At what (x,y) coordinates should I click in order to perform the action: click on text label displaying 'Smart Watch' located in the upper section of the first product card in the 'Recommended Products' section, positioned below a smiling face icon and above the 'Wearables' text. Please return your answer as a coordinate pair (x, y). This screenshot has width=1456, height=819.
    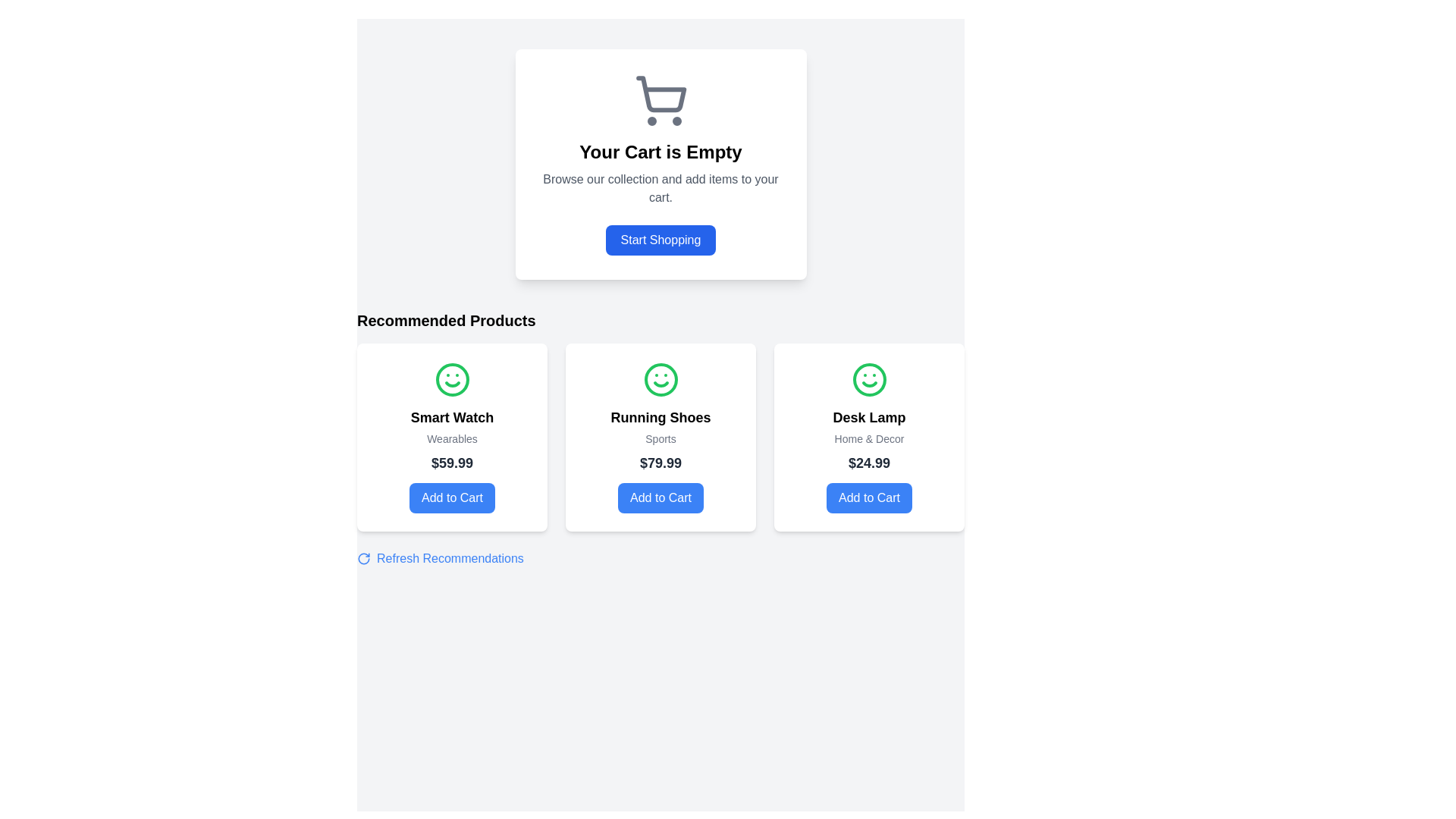
    Looking at the image, I should click on (451, 418).